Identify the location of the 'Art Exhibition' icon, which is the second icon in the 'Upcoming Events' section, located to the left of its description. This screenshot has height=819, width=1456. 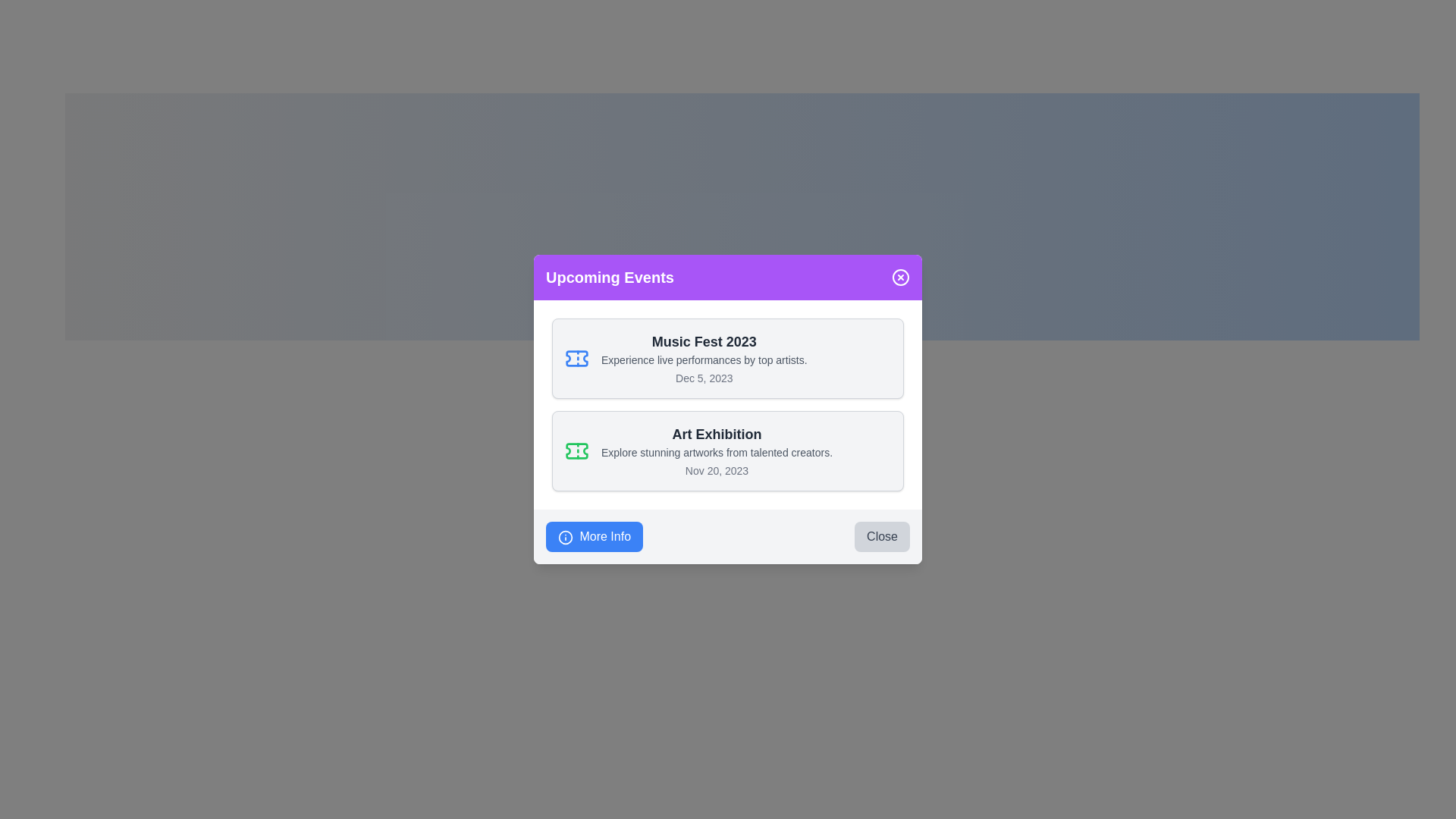
(576, 450).